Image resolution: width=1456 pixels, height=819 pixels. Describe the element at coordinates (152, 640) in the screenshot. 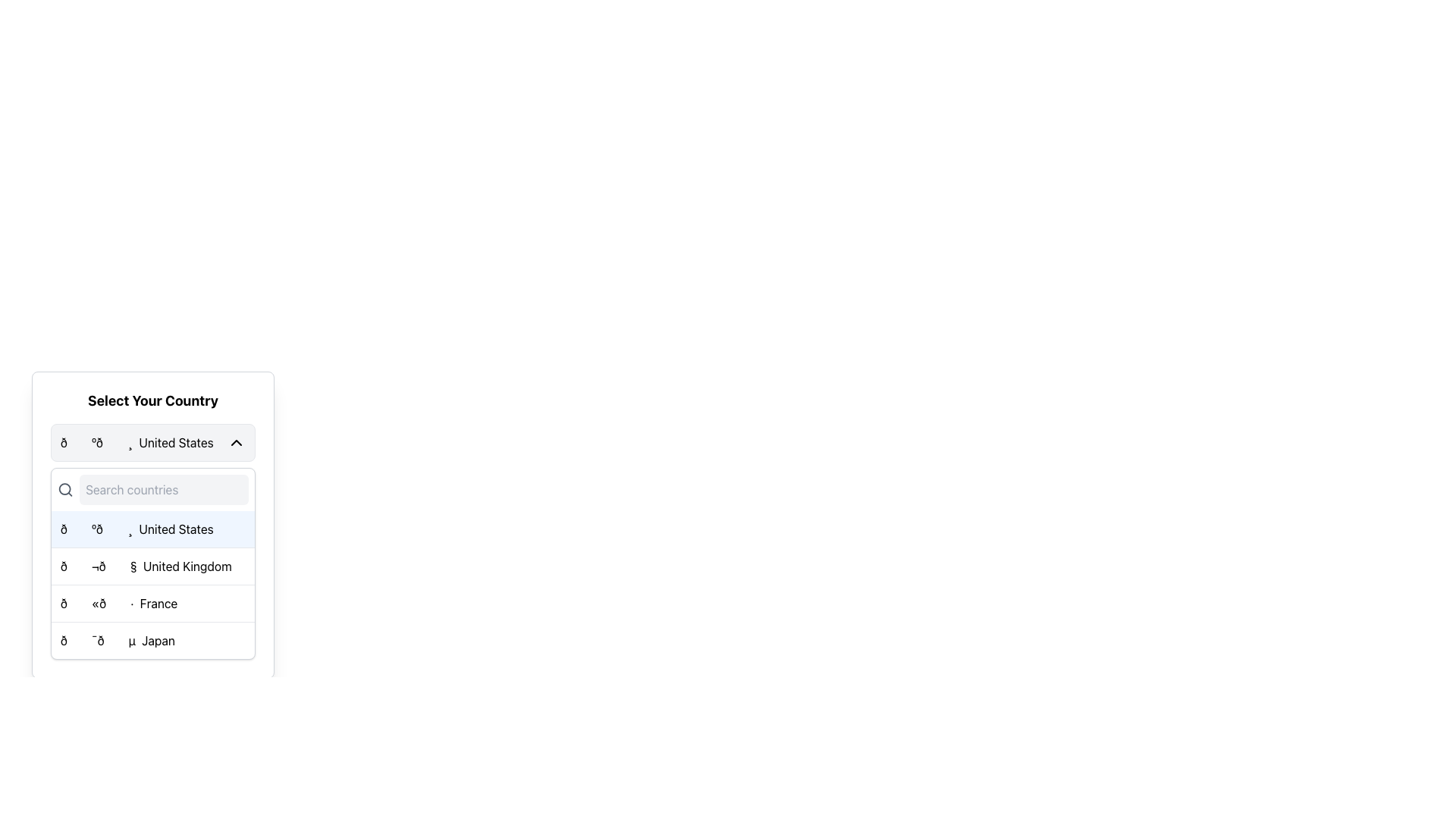

I see `the last item in the dropdown menu representing the country 'Japan'` at that location.